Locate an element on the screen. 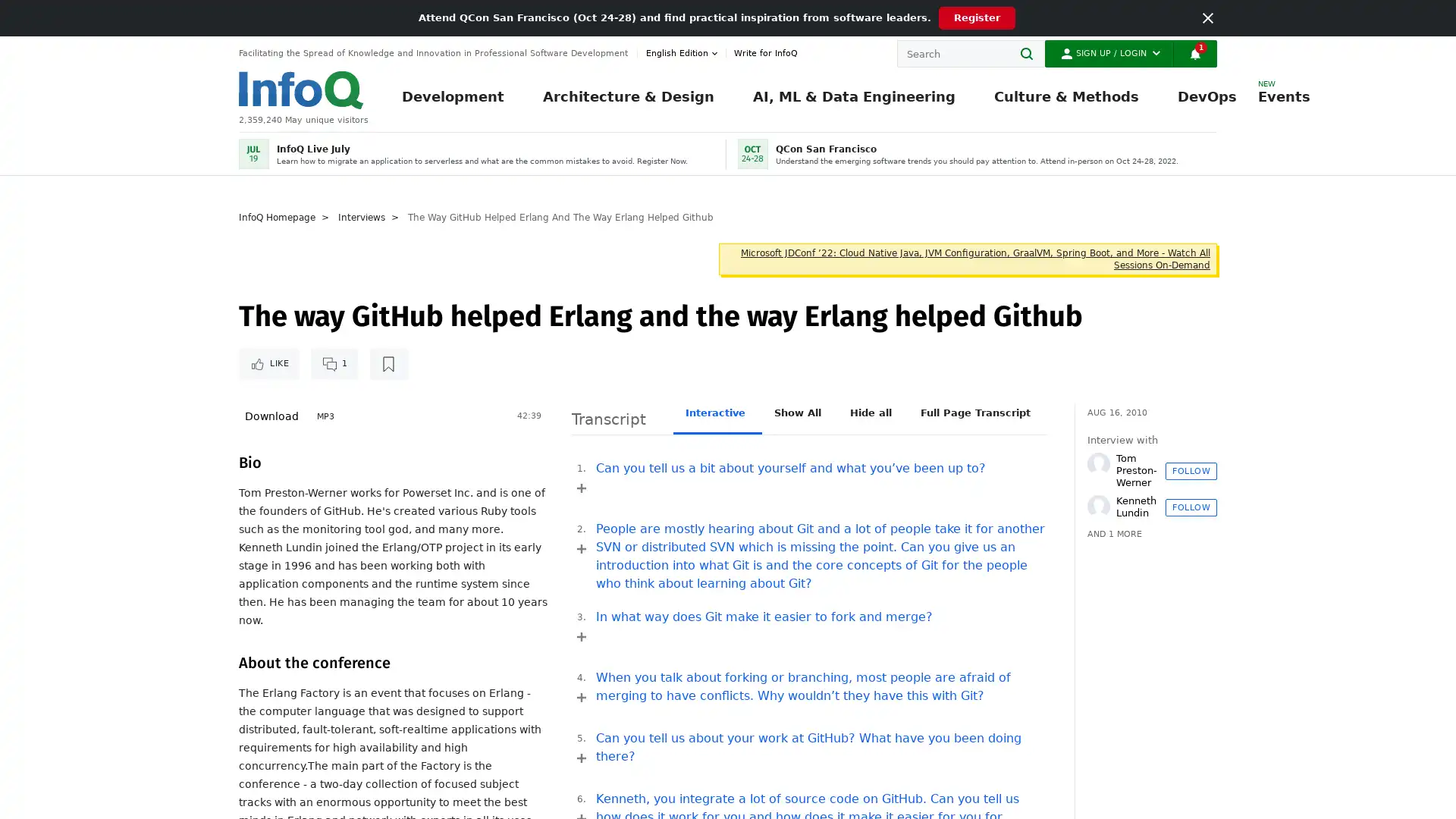  AND 1 MORE is located at coordinates (1114, 534).